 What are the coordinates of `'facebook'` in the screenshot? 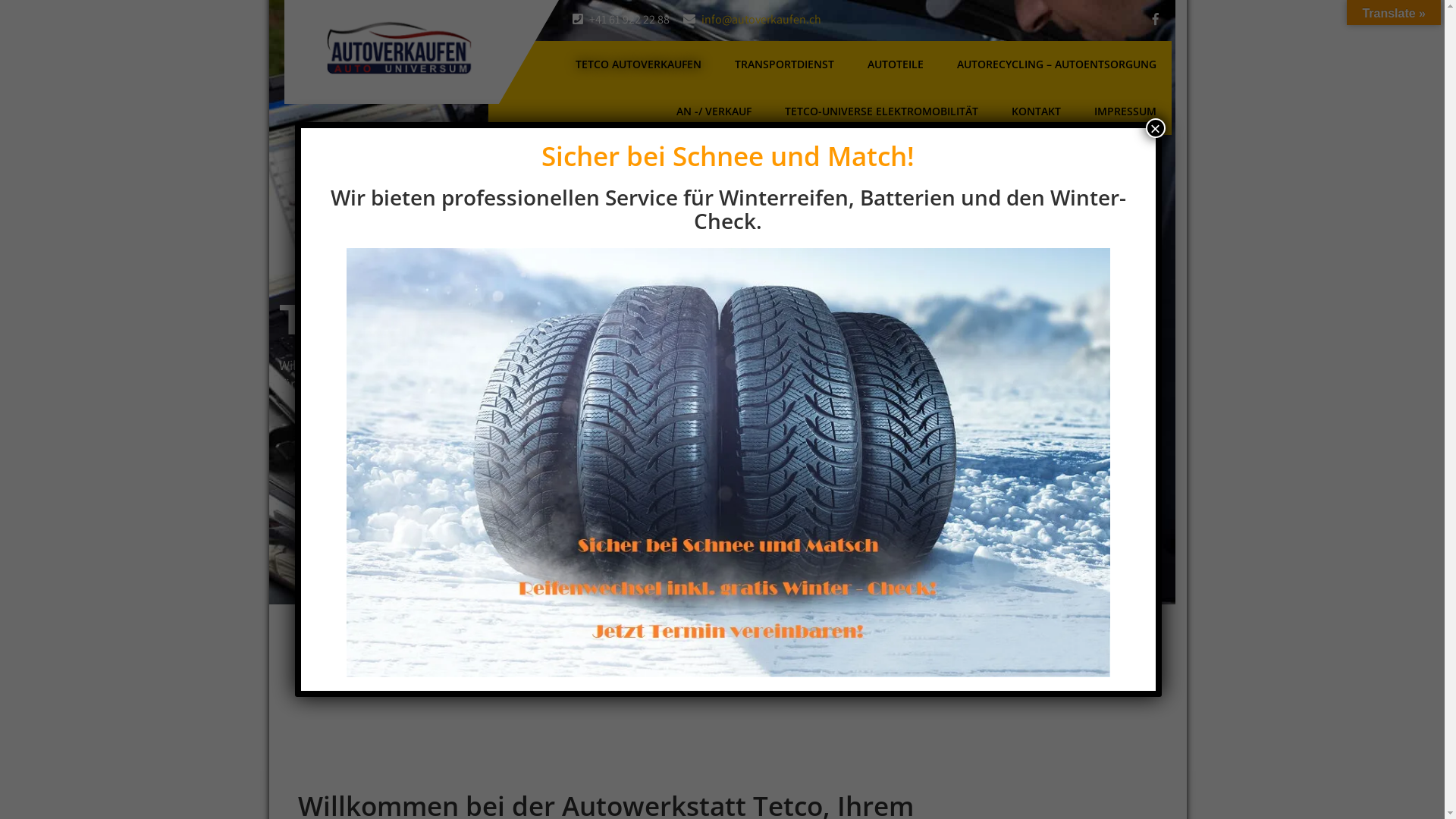 It's located at (1154, 19).